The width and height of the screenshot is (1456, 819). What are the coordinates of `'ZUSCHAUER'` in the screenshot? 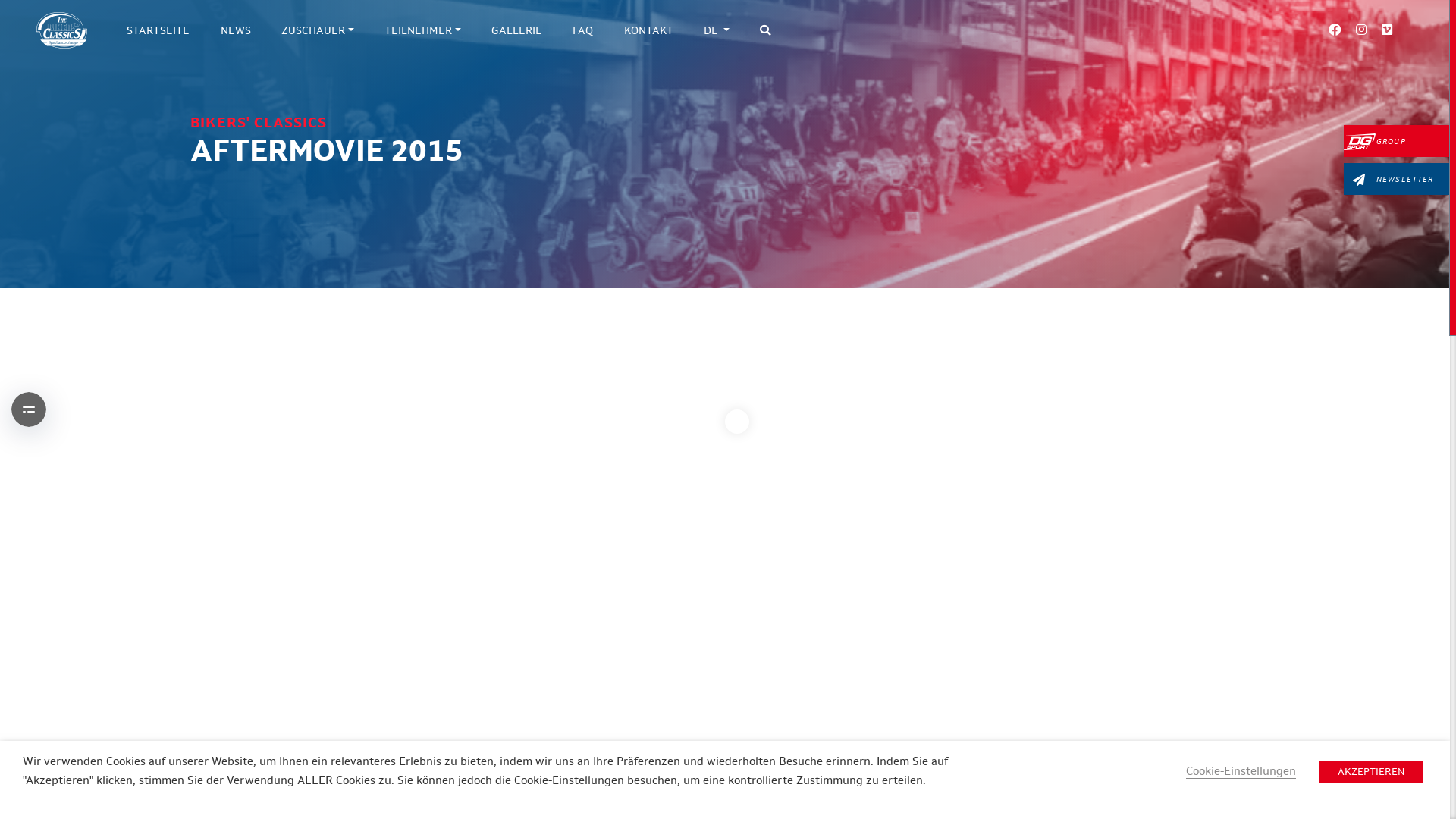 It's located at (265, 30).